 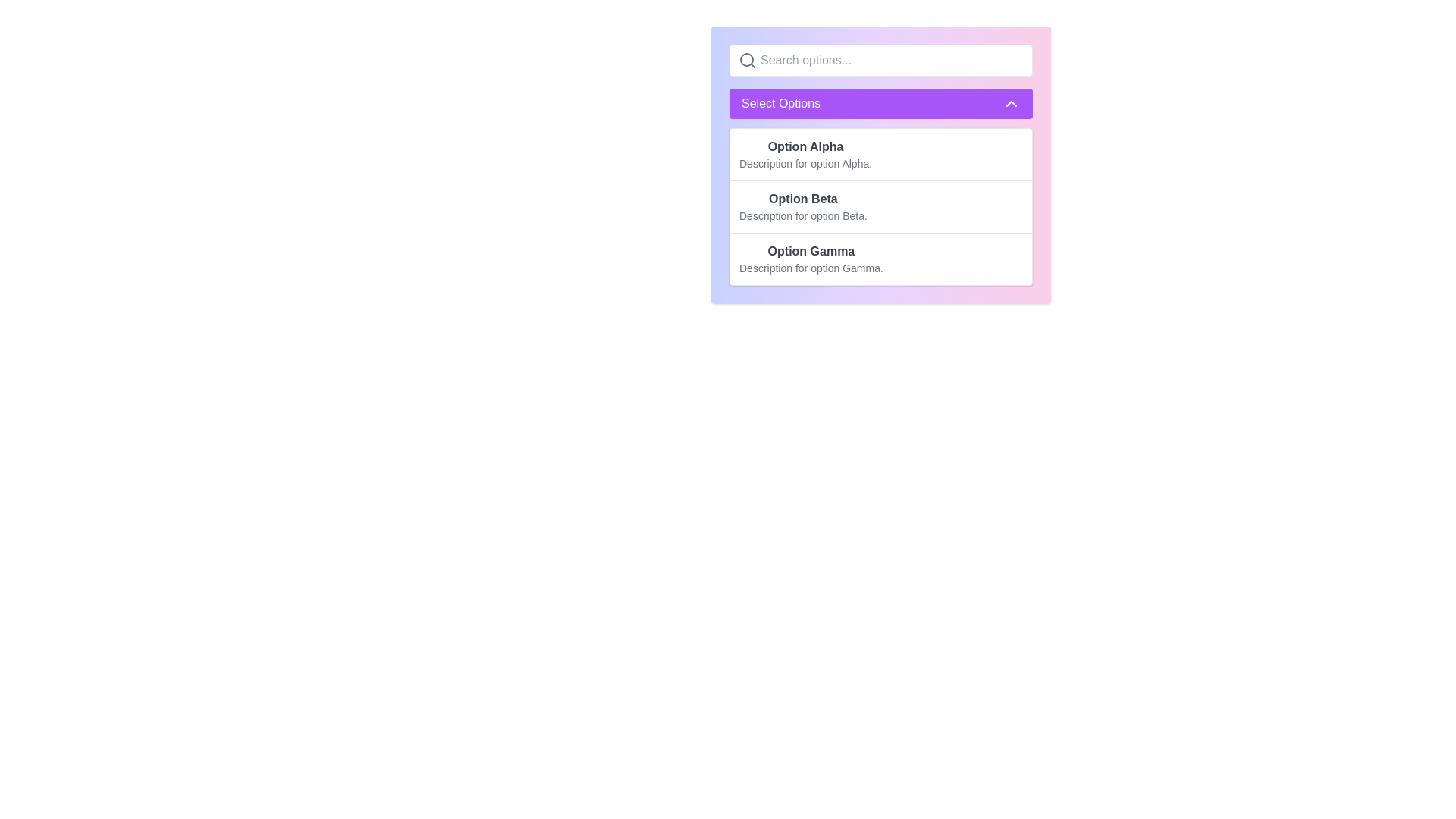 What do you see at coordinates (747, 60) in the screenshot?
I see `the magnifying glass icon located towards the left side of the search input field, which represents search functionality` at bounding box center [747, 60].